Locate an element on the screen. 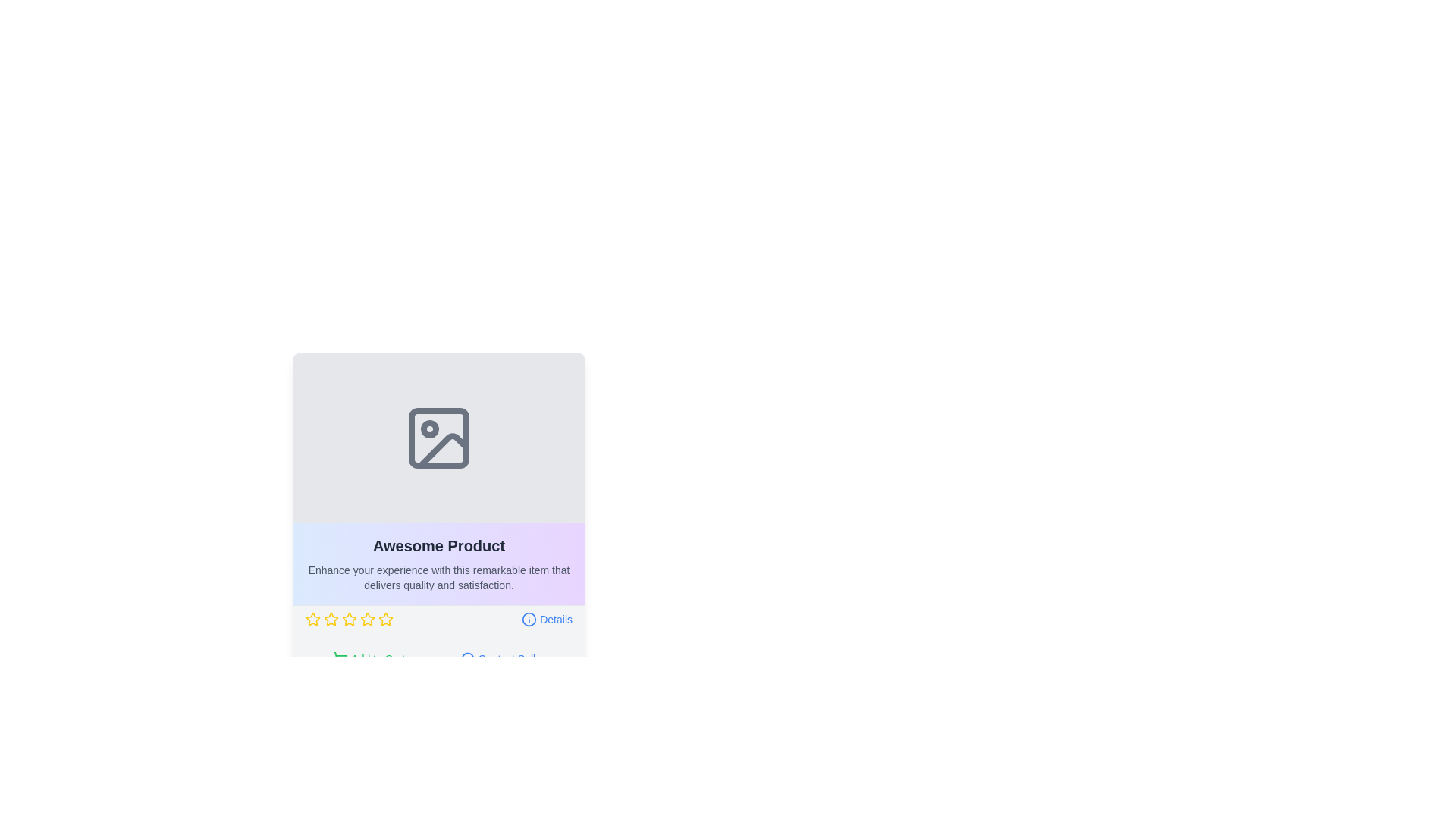  information icon located to the left of the 'Details' label, which has a circular border and a dot in the center is located at coordinates (529, 620).